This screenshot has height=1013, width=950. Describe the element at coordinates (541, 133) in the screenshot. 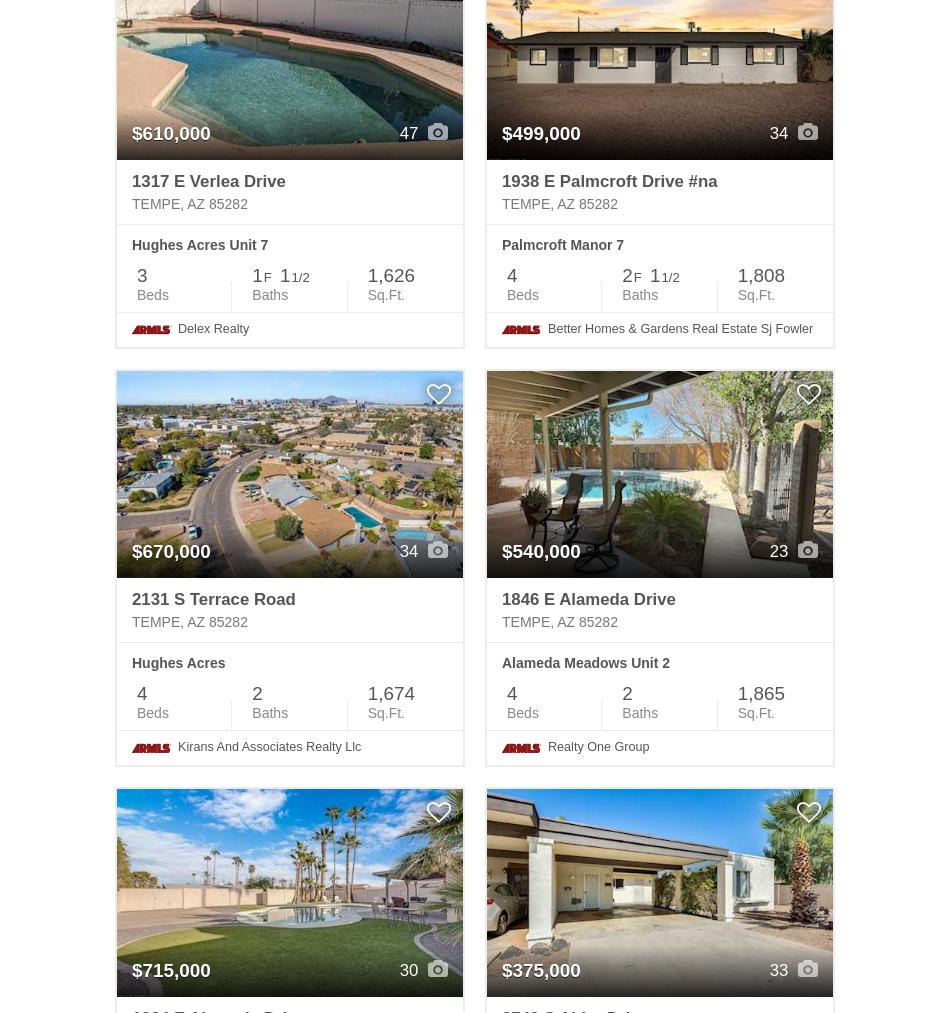

I see `'$499,000'` at that location.